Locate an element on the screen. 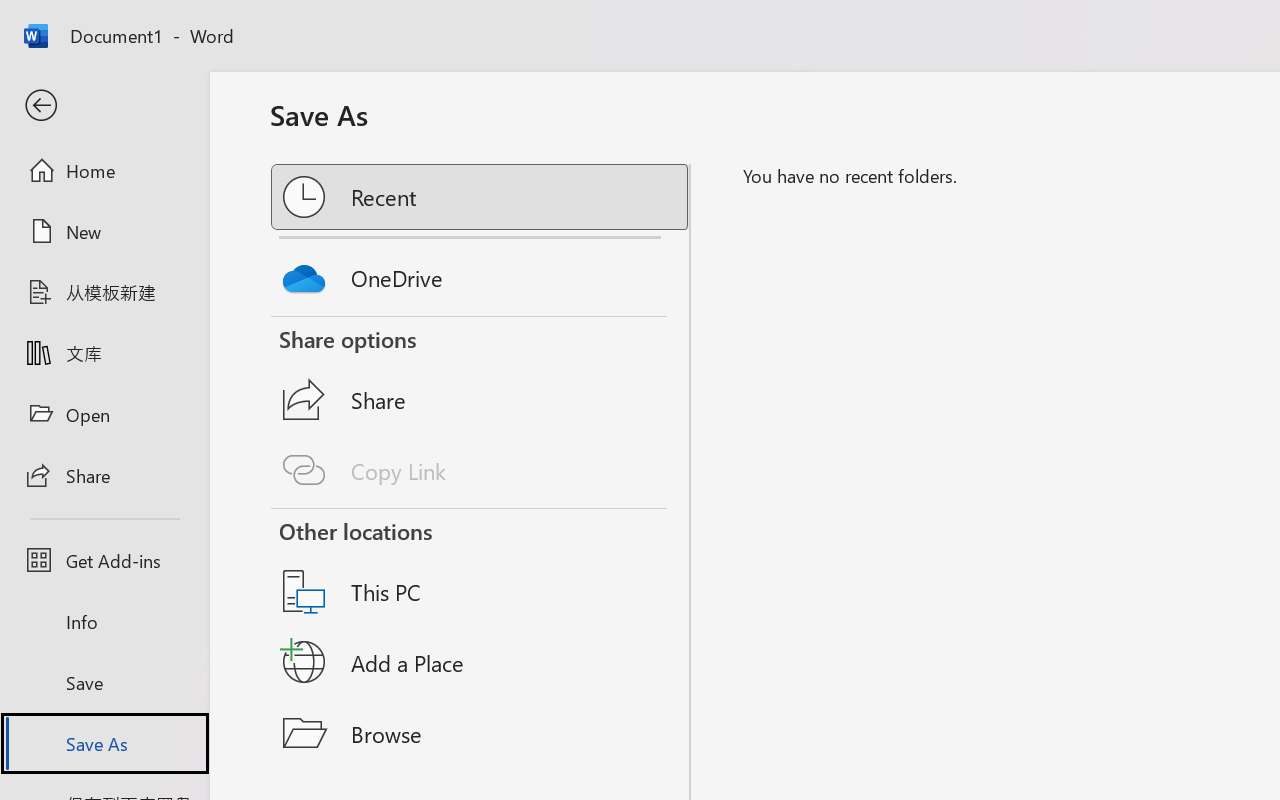 The width and height of the screenshot is (1280, 800). 'Get Add-ins' is located at coordinates (103, 560).